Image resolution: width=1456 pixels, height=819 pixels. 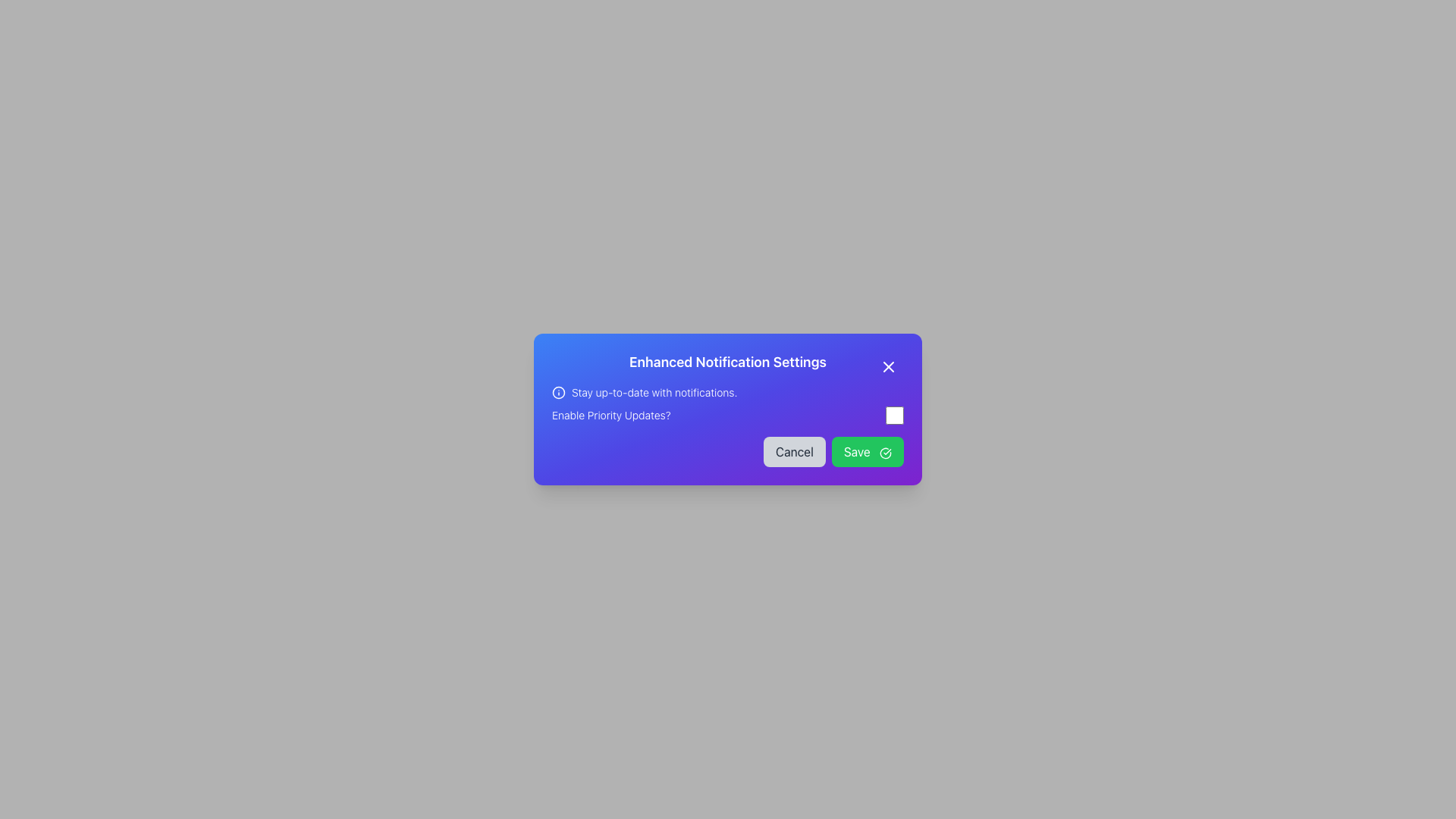 I want to click on 'Save' button text displayed in white font on a green rectangular button, located in the bottom-right section of the dialog box, so click(x=857, y=451).